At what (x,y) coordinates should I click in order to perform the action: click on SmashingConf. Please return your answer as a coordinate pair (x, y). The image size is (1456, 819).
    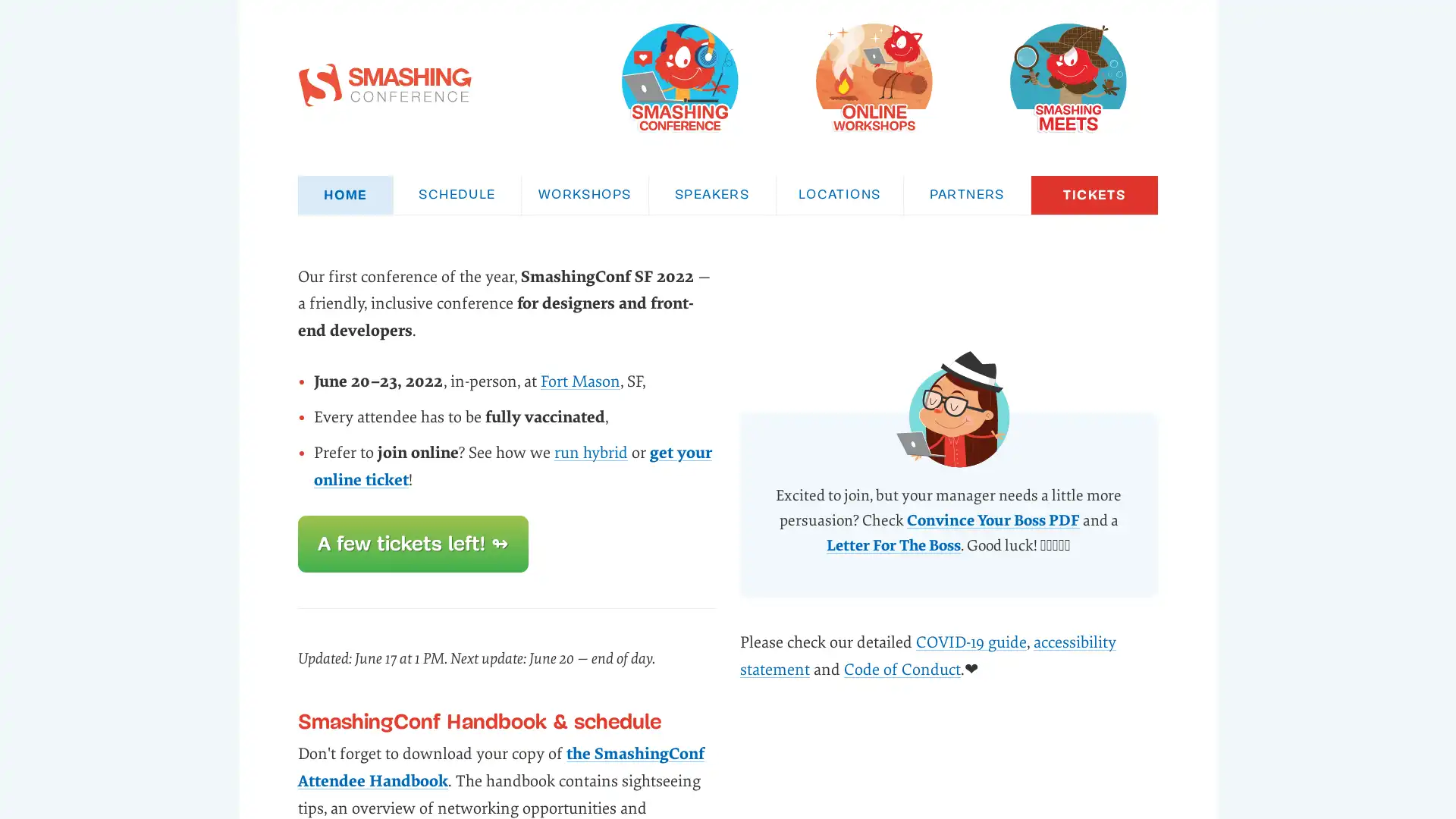
    Looking at the image, I should click on (679, 77).